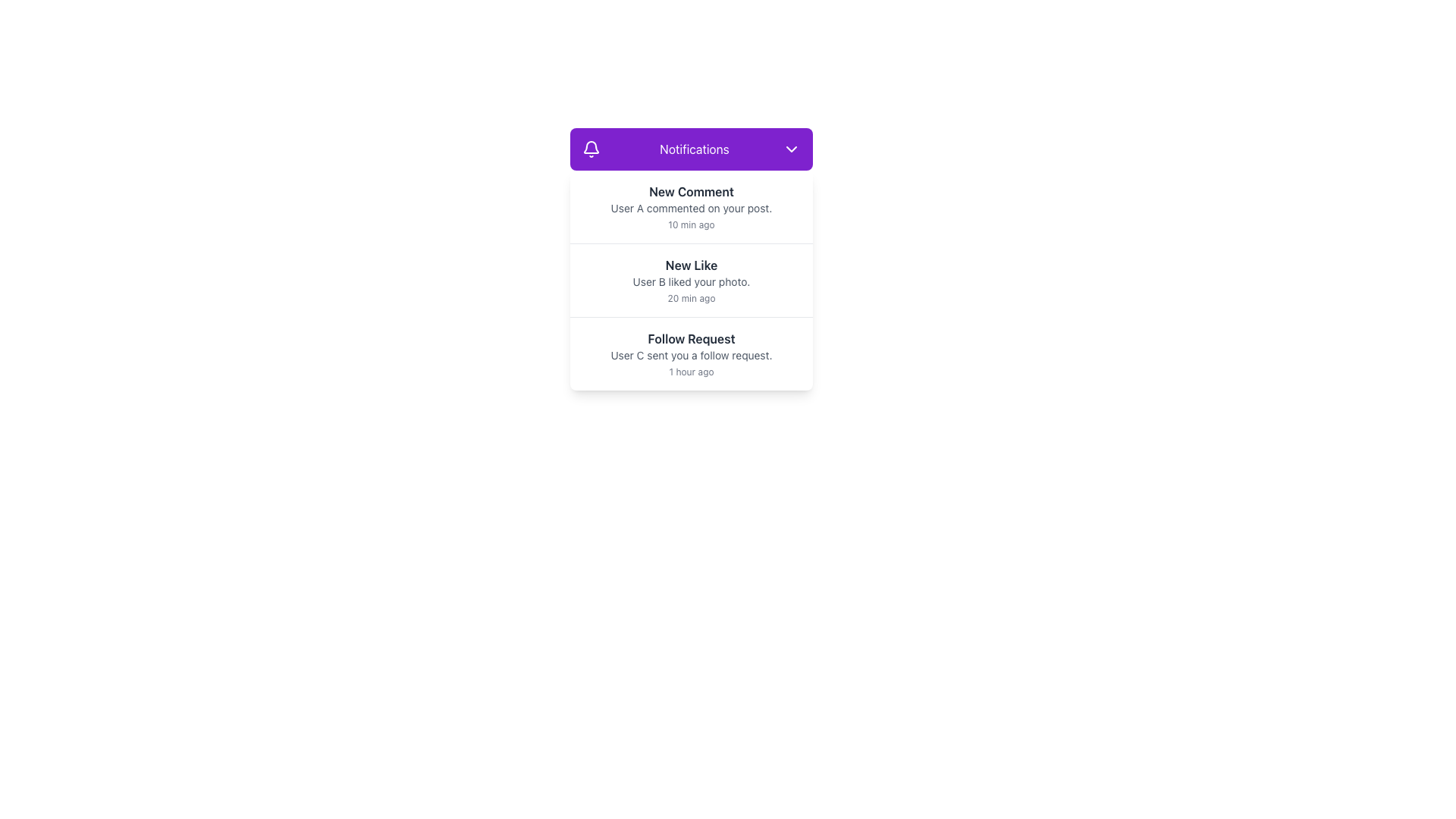 The height and width of the screenshot is (819, 1456). Describe the element at coordinates (691, 338) in the screenshot. I see `text element that serves as the title of a notification entry, located below 'New Like' and above the timestamp '1 hour ago'` at that location.